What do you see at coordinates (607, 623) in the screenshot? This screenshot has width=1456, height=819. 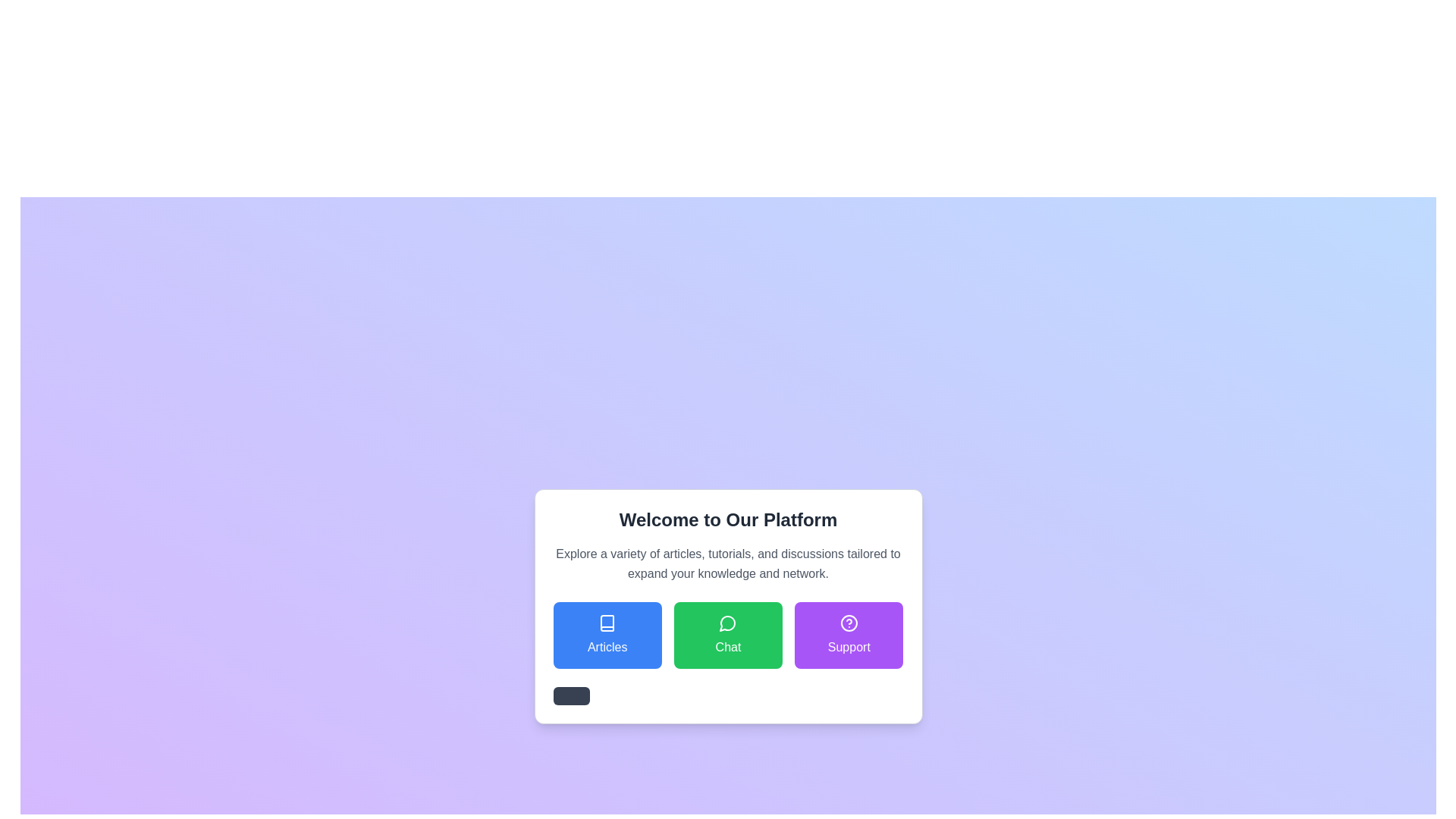 I see `the 'Articles' icon, which is a graphical representation in the first column of the layout` at bounding box center [607, 623].